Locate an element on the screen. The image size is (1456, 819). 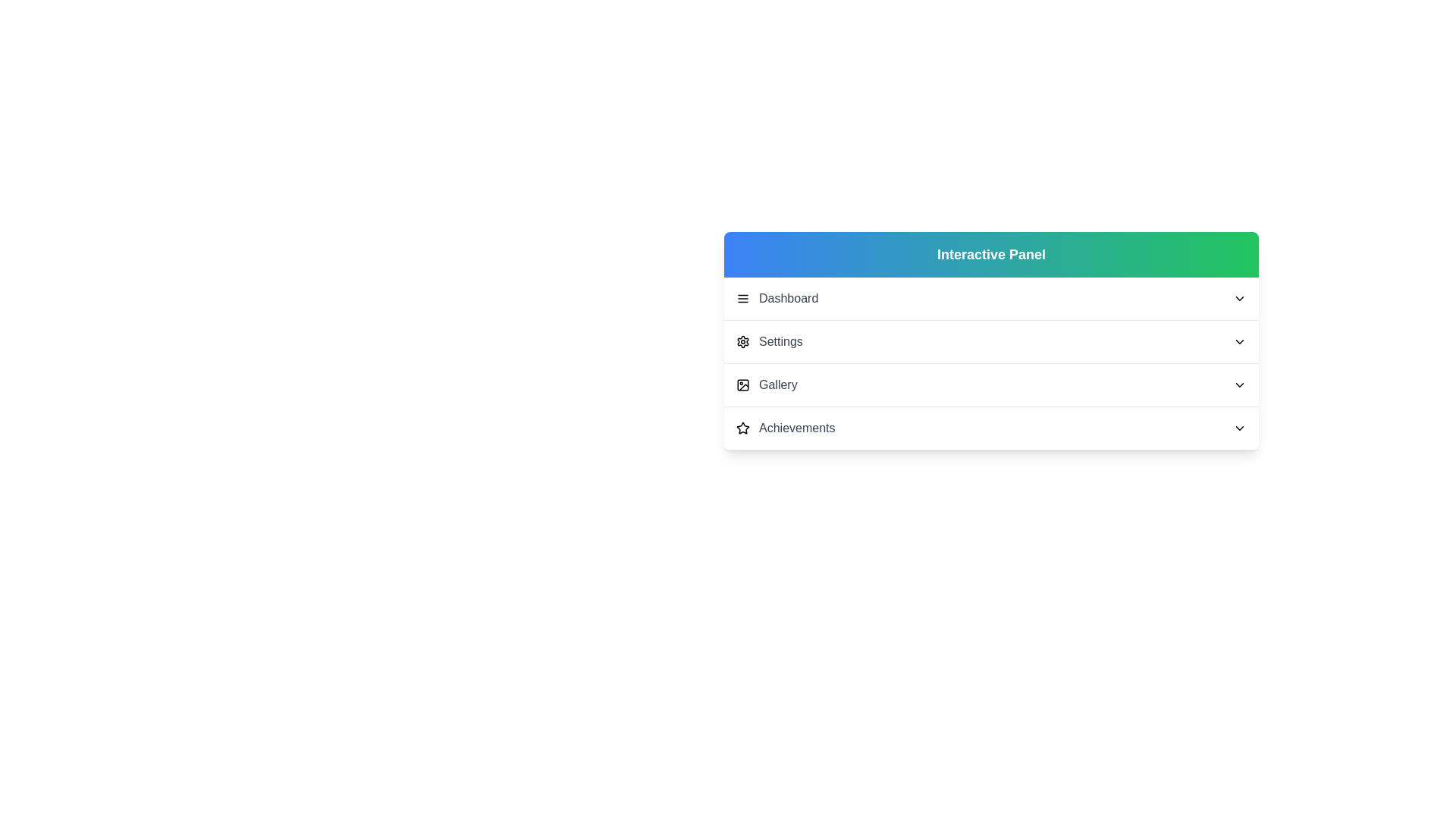
the decorative icon that marks items or indicates features like favorites or ratings, located in the middle of the right section of the panel, below other interactive menu elements is located at coordinates (742, 428).